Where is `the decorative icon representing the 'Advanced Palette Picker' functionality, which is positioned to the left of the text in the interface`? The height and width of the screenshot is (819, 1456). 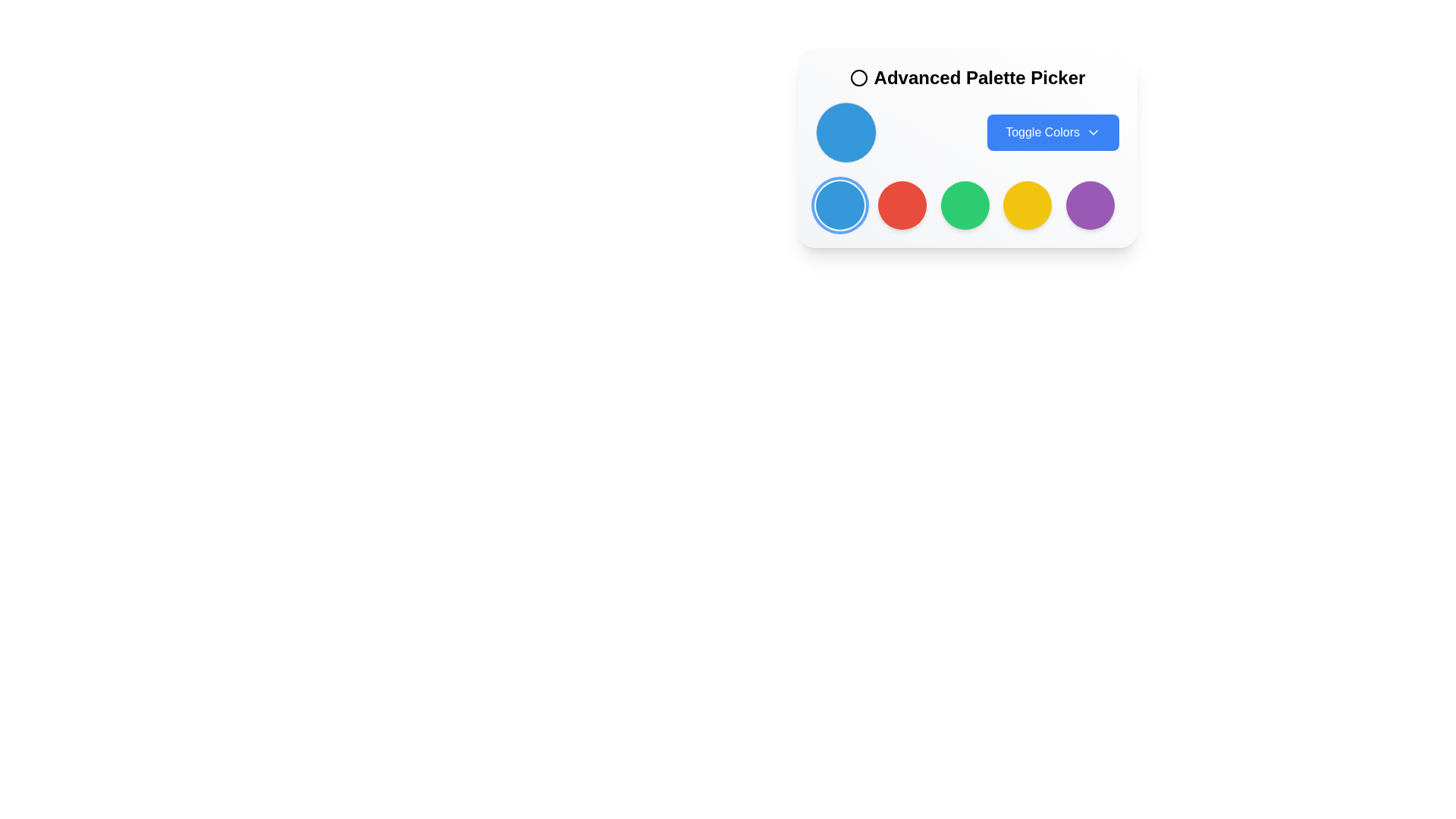 the decorative icon representing the 'Advanced Palette Picker' functionality, which is positioned to the left of the text in the interface is located at coordinates (858, 78).